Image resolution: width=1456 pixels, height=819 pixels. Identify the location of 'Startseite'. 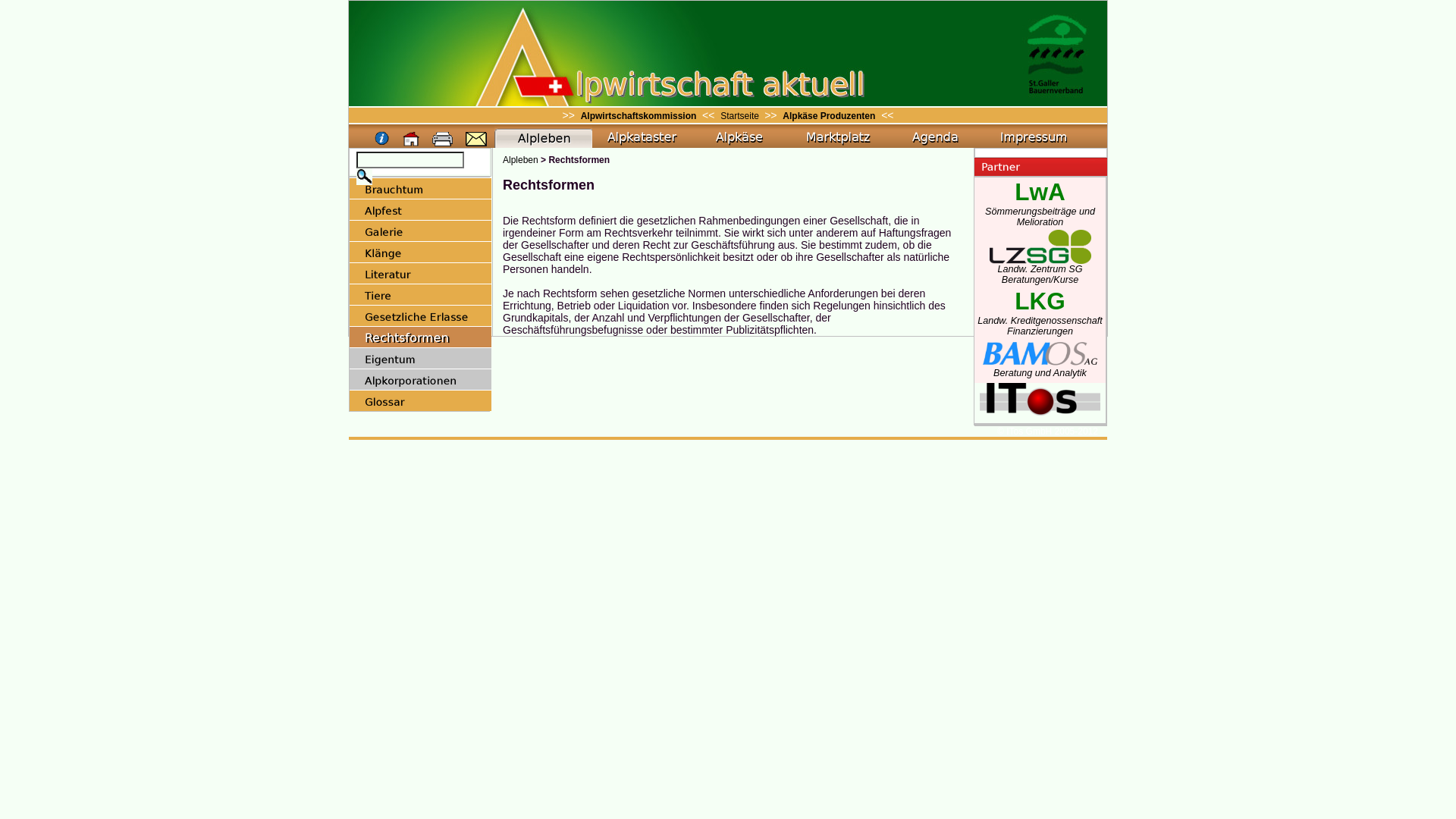
(741, 115).